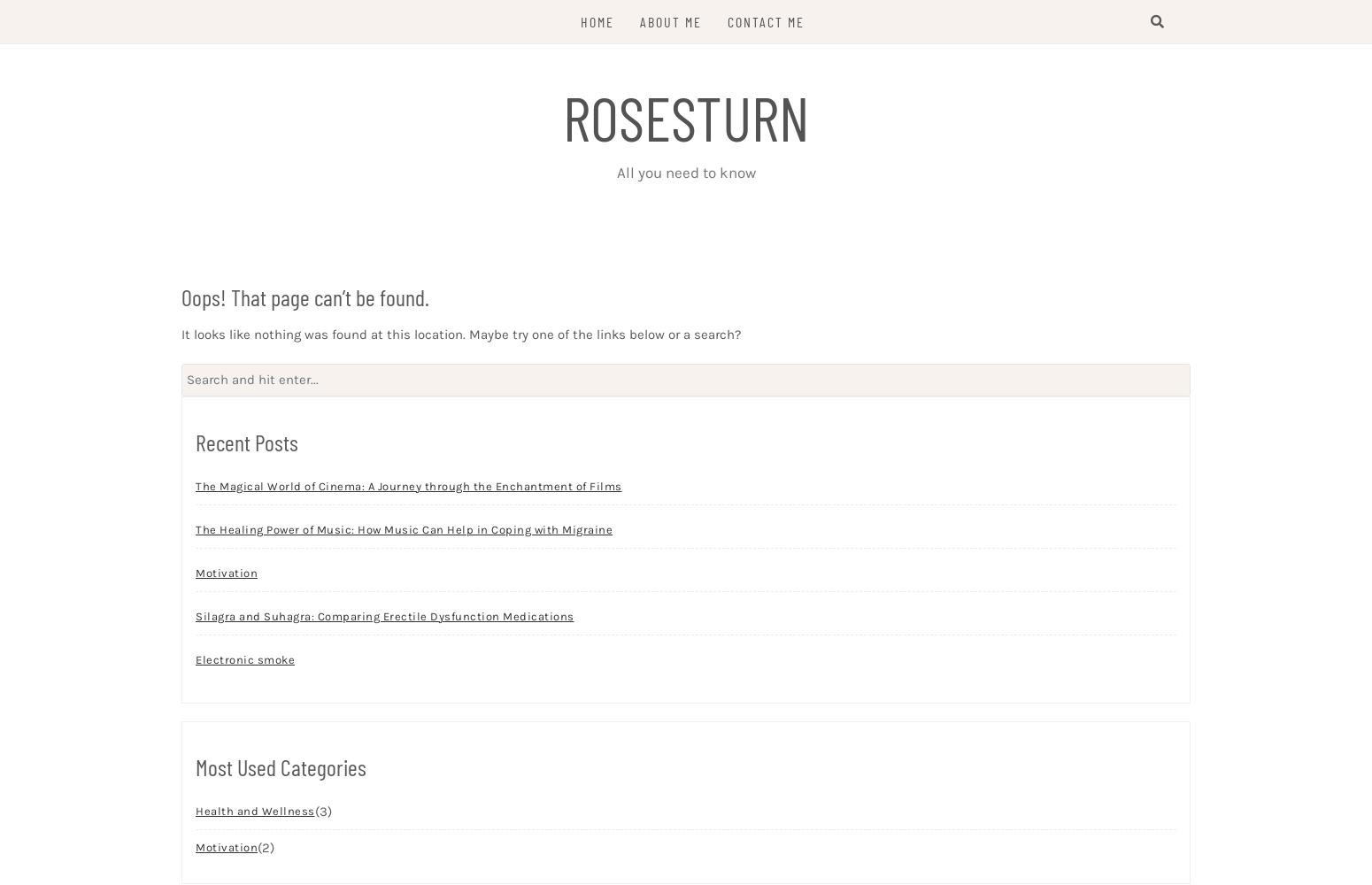 The height and width of the screenshot is (885, 1372). Describe the element at coordinates (685, 172) in the screenshot. I see `'All you need to know'` at that location.